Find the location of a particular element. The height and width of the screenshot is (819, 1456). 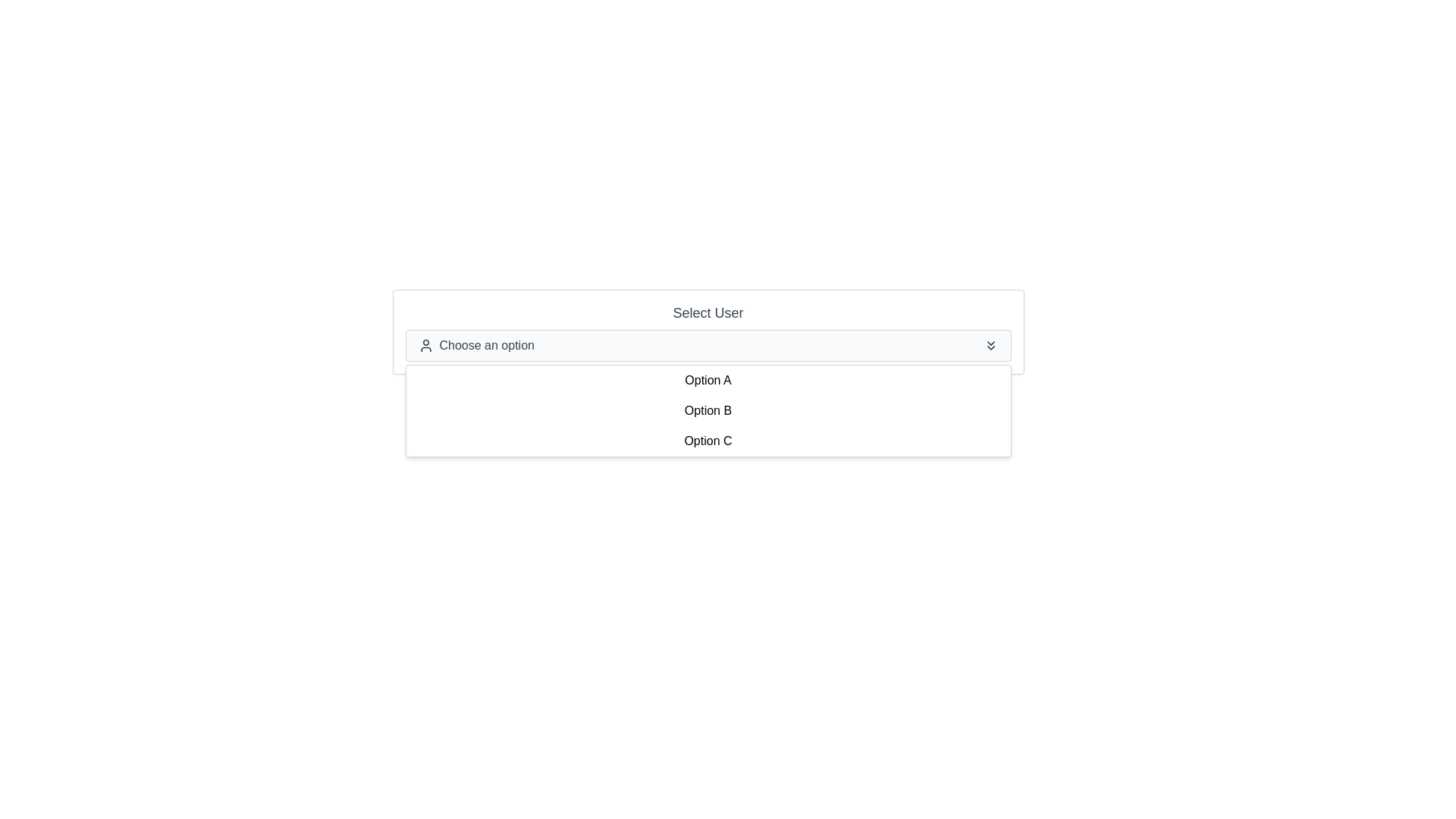

the first option in the dropdown menu labeled 'Choose an option' is located at coordinates (708, 379).